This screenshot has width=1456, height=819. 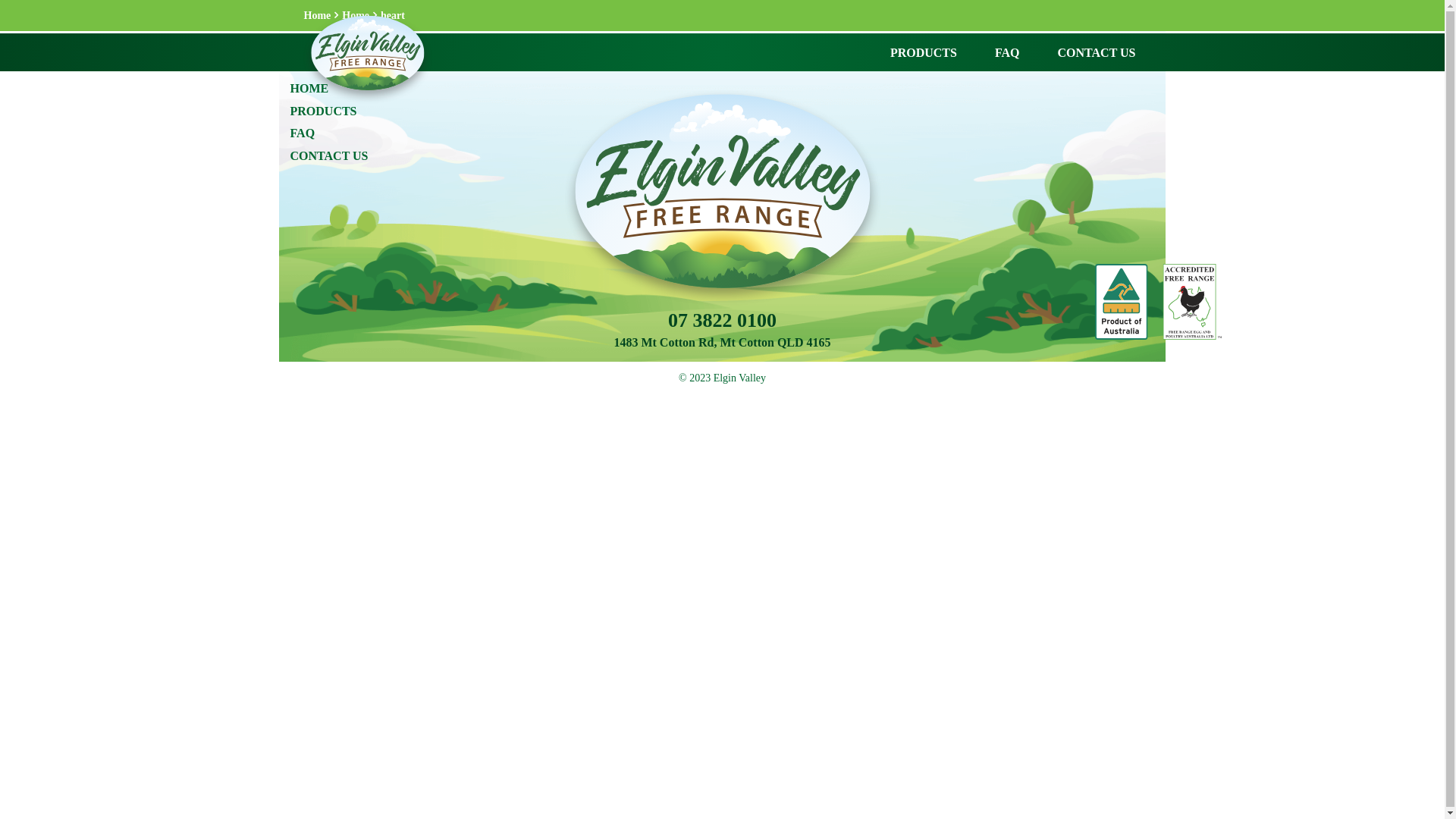 I want to click on 'PRODUCTS', so click(x=923, y=52).